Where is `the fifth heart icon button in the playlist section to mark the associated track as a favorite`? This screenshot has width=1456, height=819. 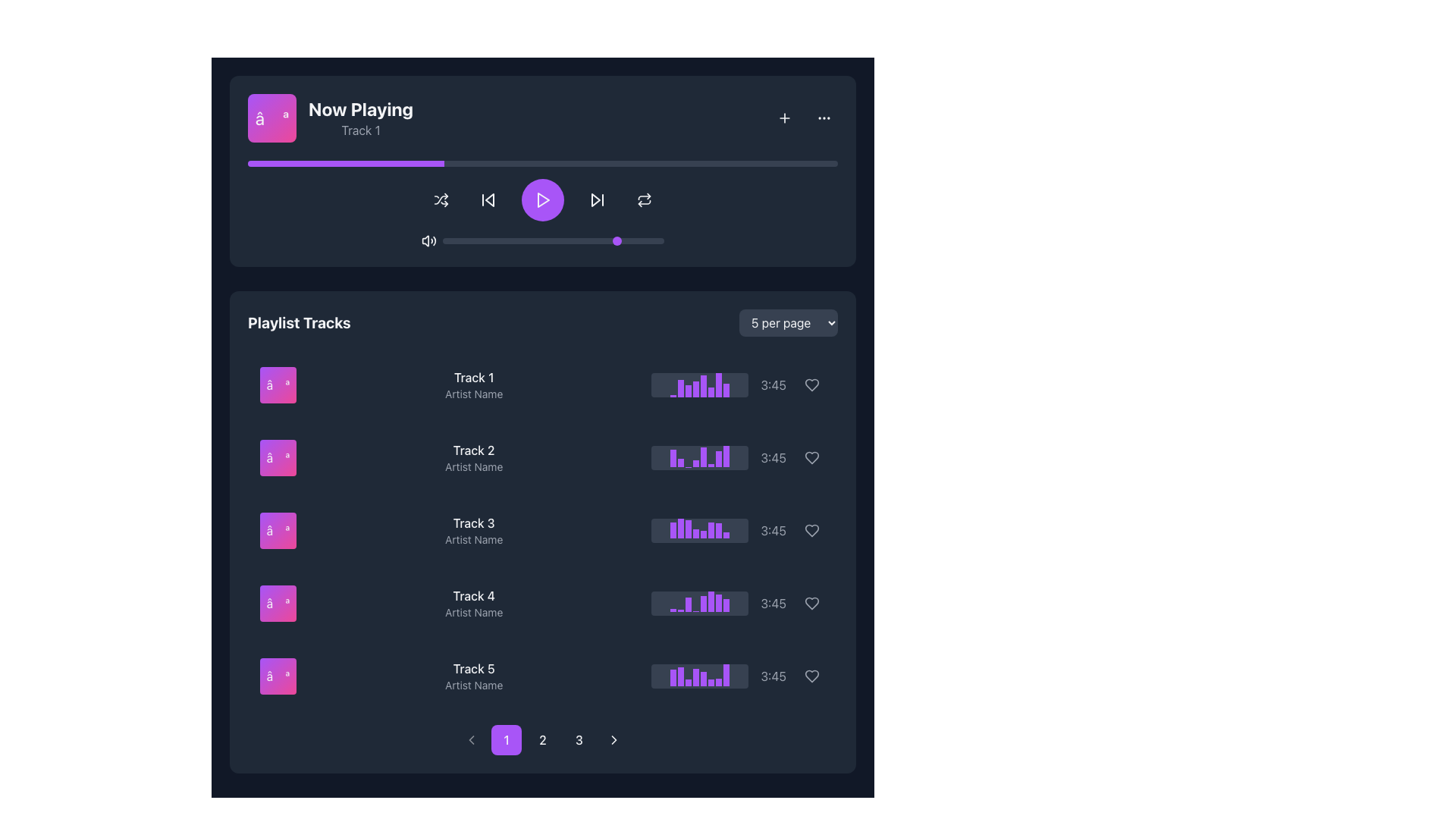
the fifth heart icon button in the playlist section to mark the associated track as a favorite is located at coordinates (811, 529).